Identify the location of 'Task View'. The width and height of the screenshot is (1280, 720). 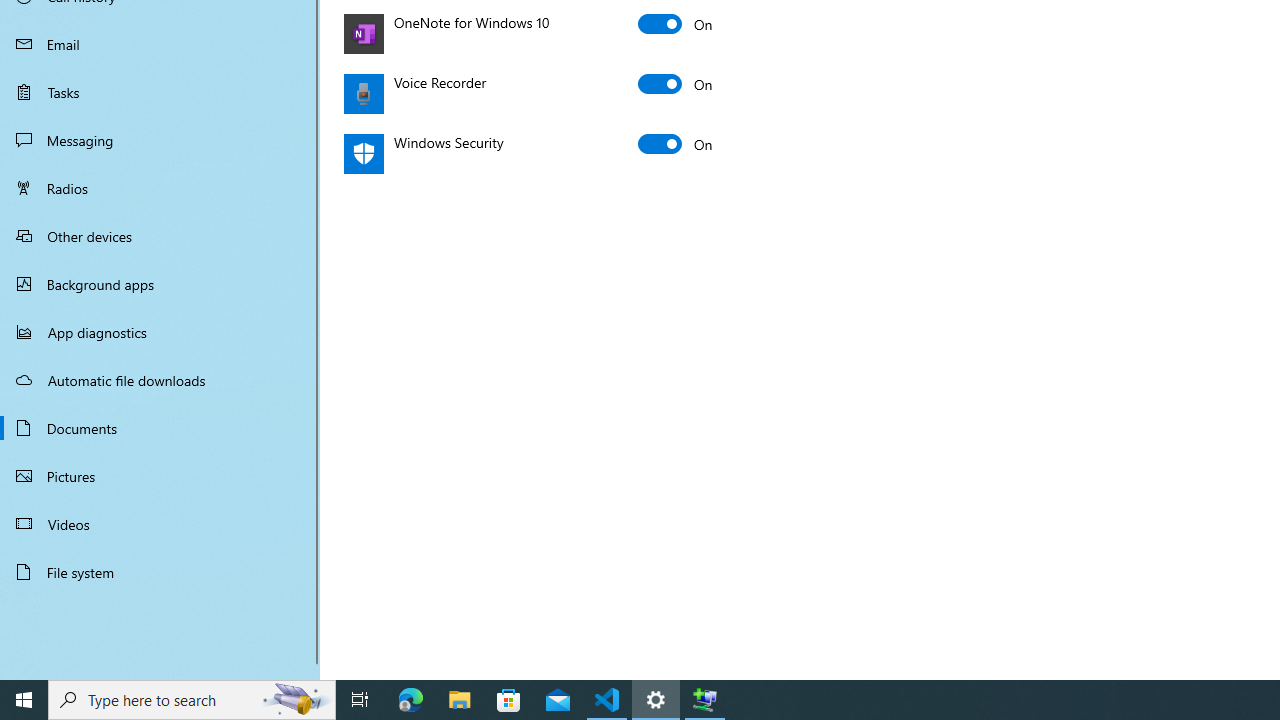
(359, 698).